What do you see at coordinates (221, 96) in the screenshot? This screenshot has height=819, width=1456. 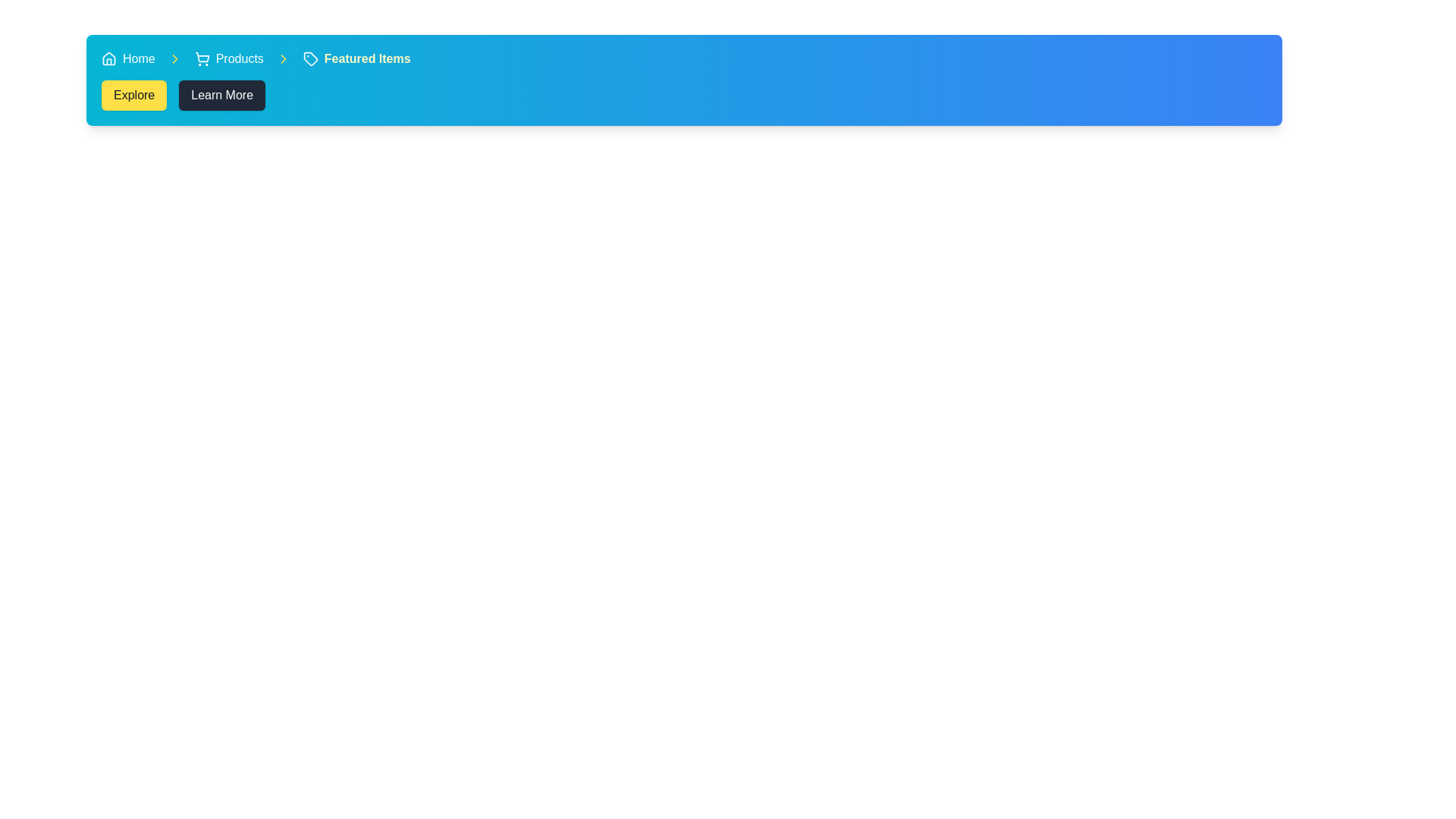 I see `the navigation button located on the right side of the group, adjacent to the yellow 'Explore' button` at bounding box center [221, 96].